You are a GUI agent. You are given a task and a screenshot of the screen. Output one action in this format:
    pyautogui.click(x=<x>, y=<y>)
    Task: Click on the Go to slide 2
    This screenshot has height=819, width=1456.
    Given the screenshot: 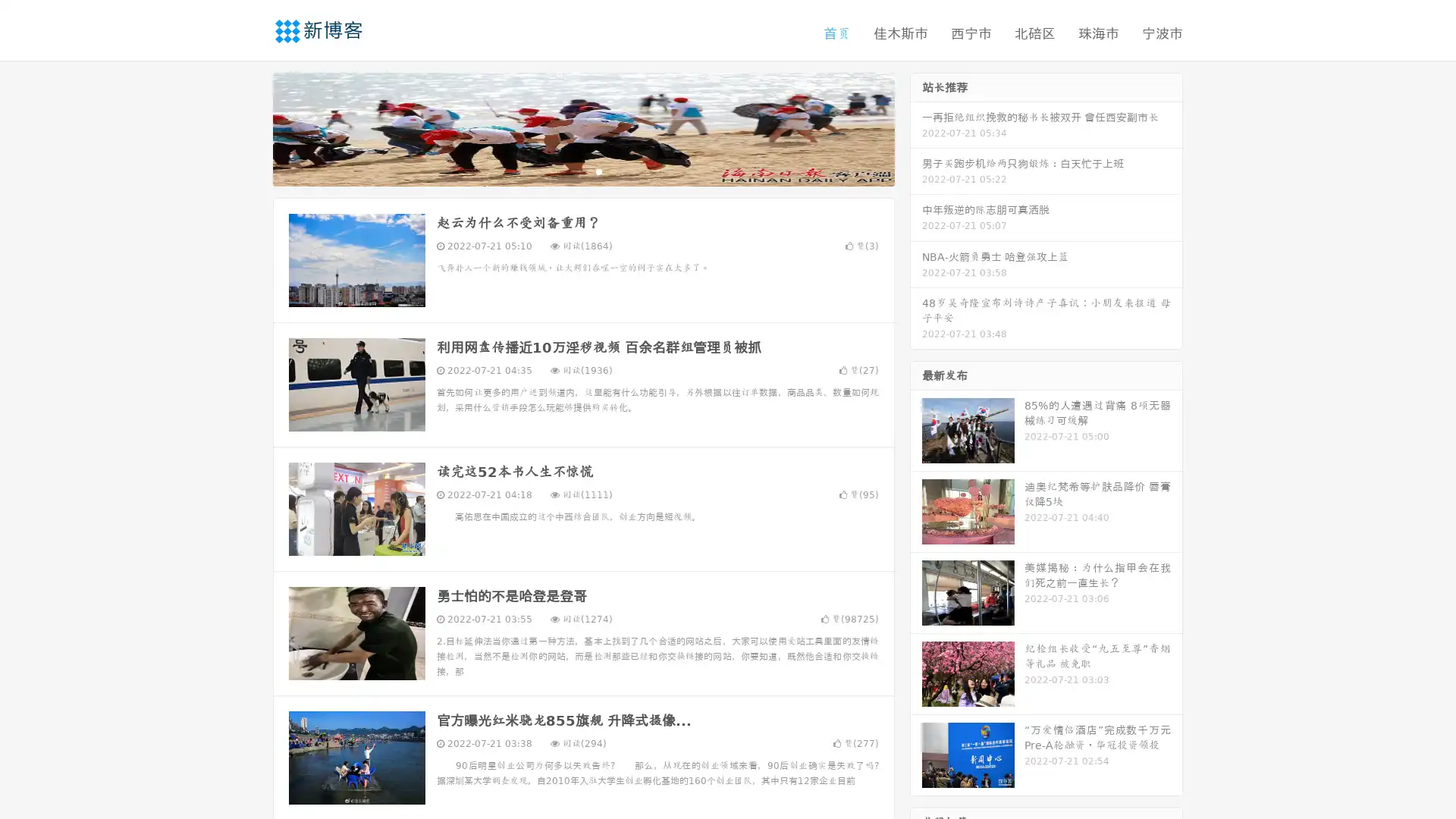 What is the action you would take?
    pyautogui.click(x=582, y=171)
    